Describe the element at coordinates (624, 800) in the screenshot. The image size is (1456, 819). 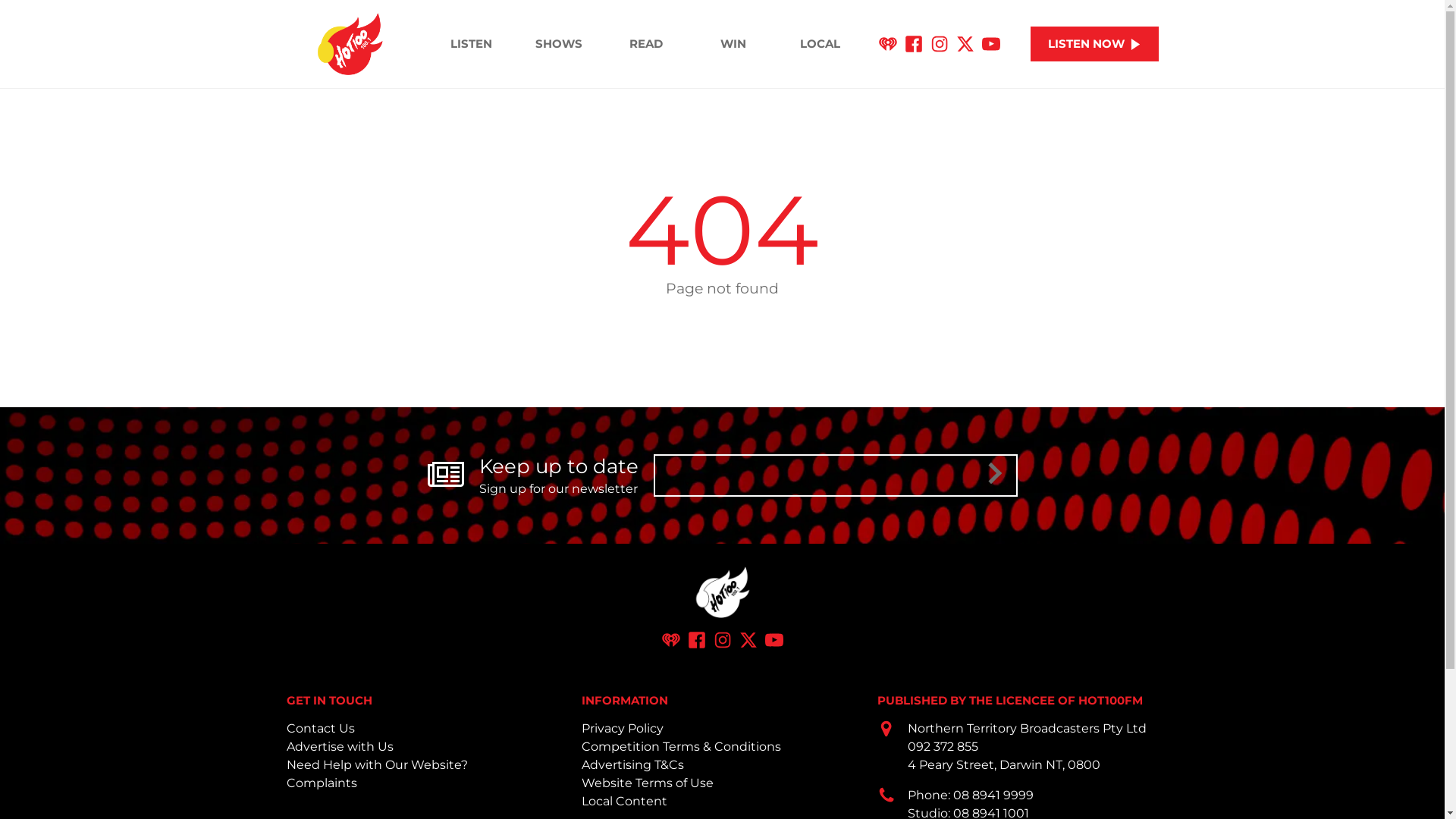
I see `'Local Content'` at that location.